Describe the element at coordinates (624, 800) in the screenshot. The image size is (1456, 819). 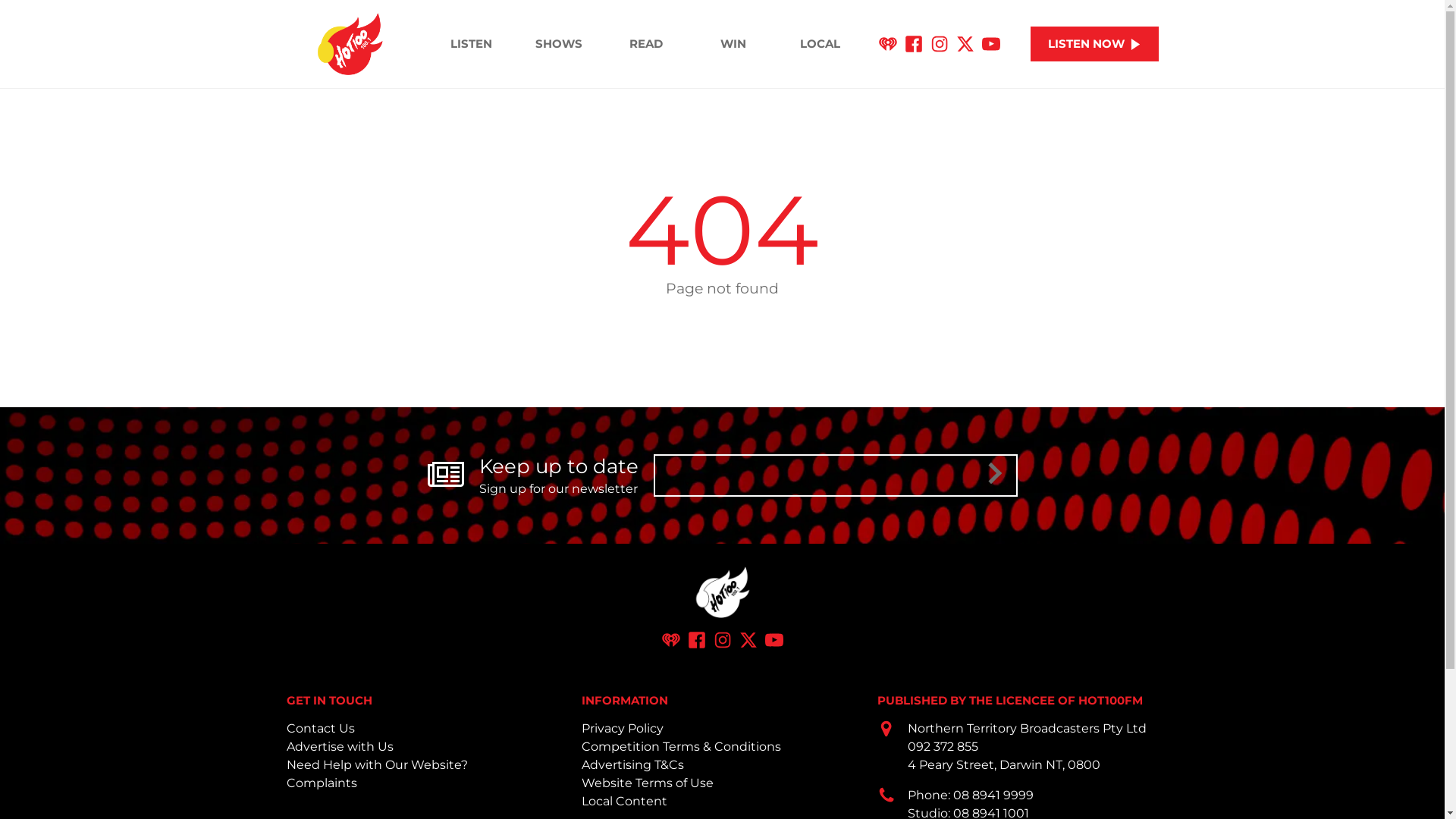
I see `'Local Content'` at that location.